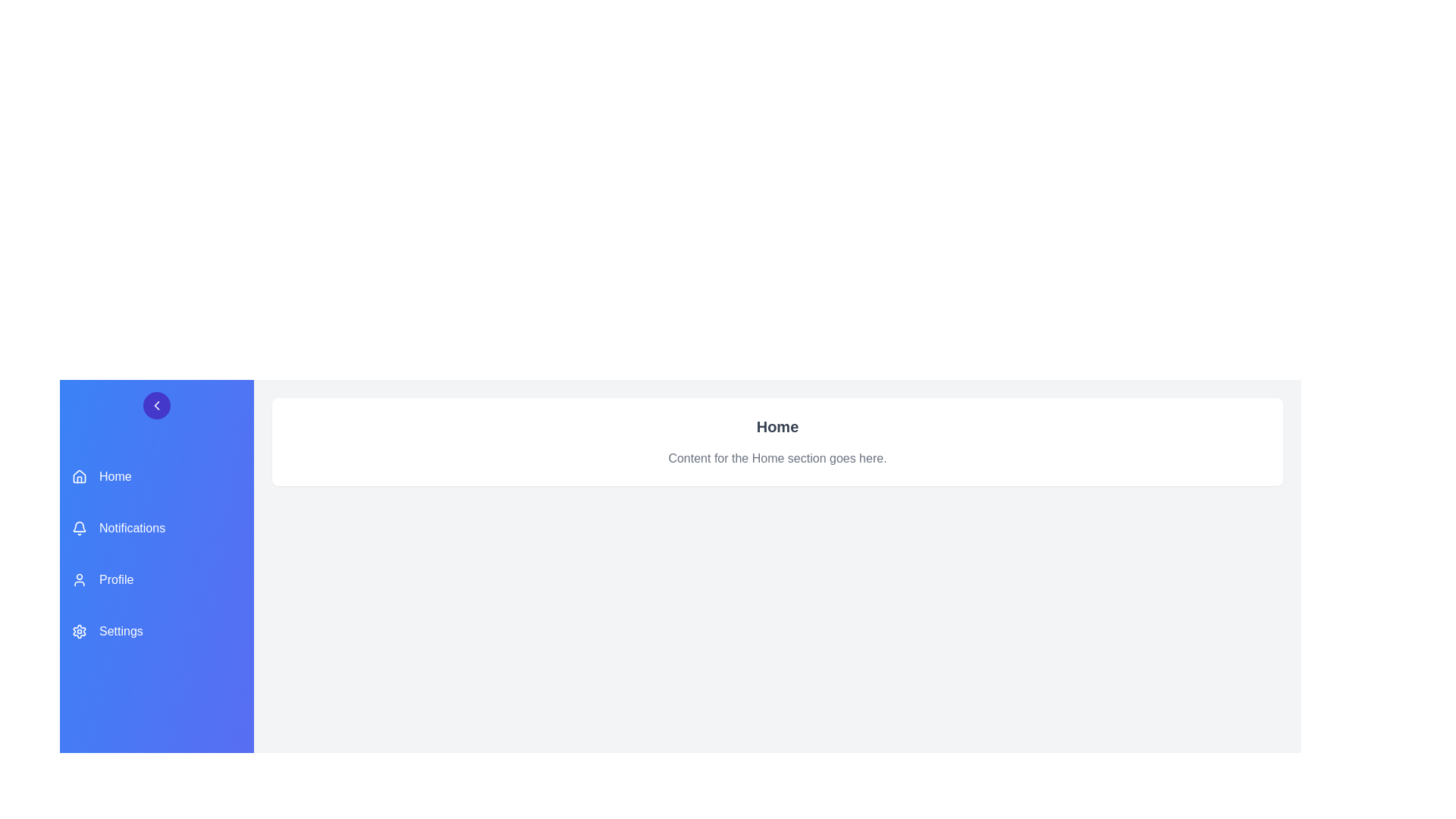 The height and width of the screenshot is (819, 1456). What do you see at coordinates (79, 528) in the screenshot?
I see `the notification bell icon located in the vertical navigation menu bar` at bounding box center [79, 528].